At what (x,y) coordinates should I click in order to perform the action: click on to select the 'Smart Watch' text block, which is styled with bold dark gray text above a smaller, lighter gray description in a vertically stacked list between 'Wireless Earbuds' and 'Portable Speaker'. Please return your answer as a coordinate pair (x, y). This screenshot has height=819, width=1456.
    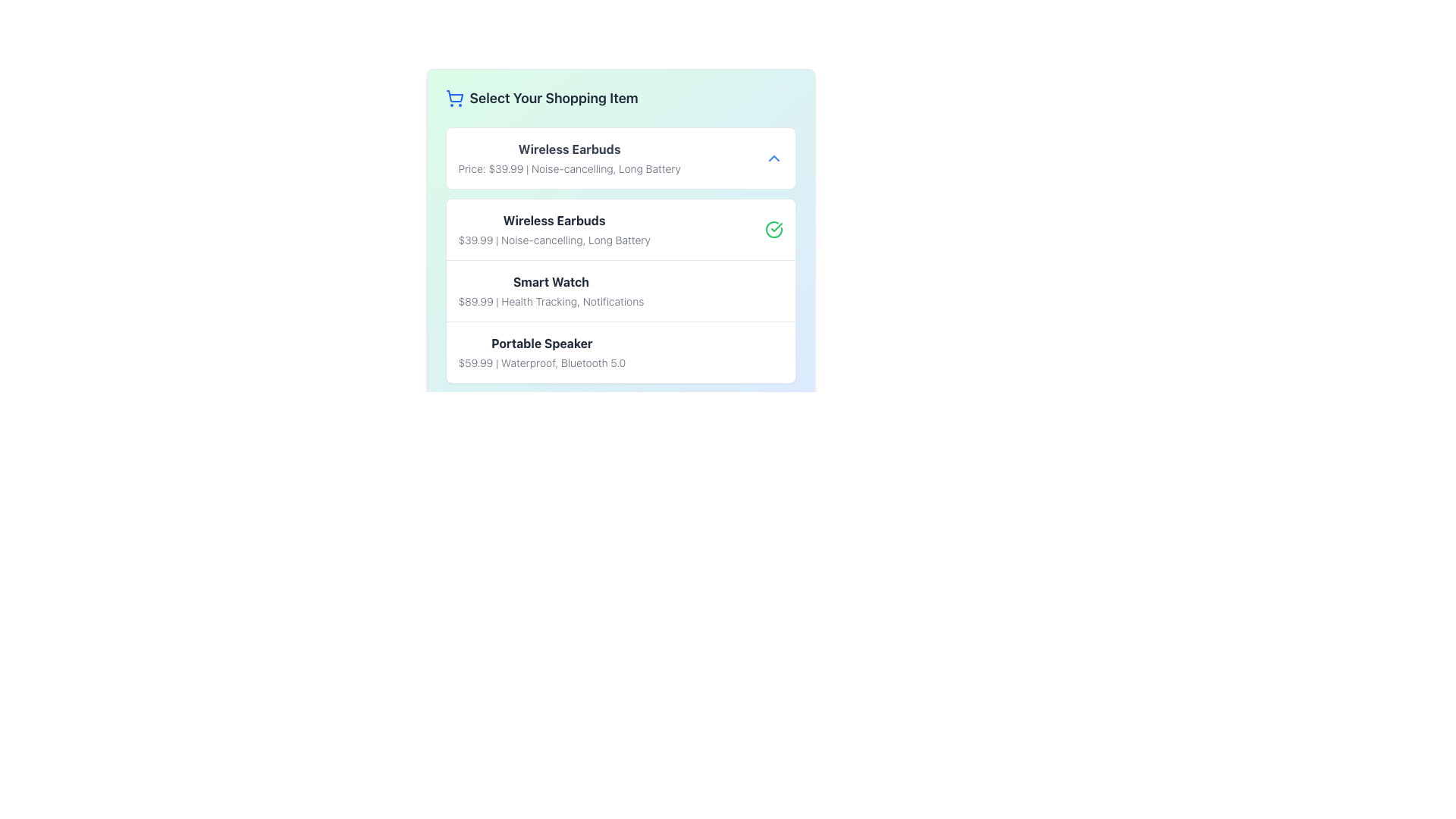
    Looking at the image, I should click on (550, 291).